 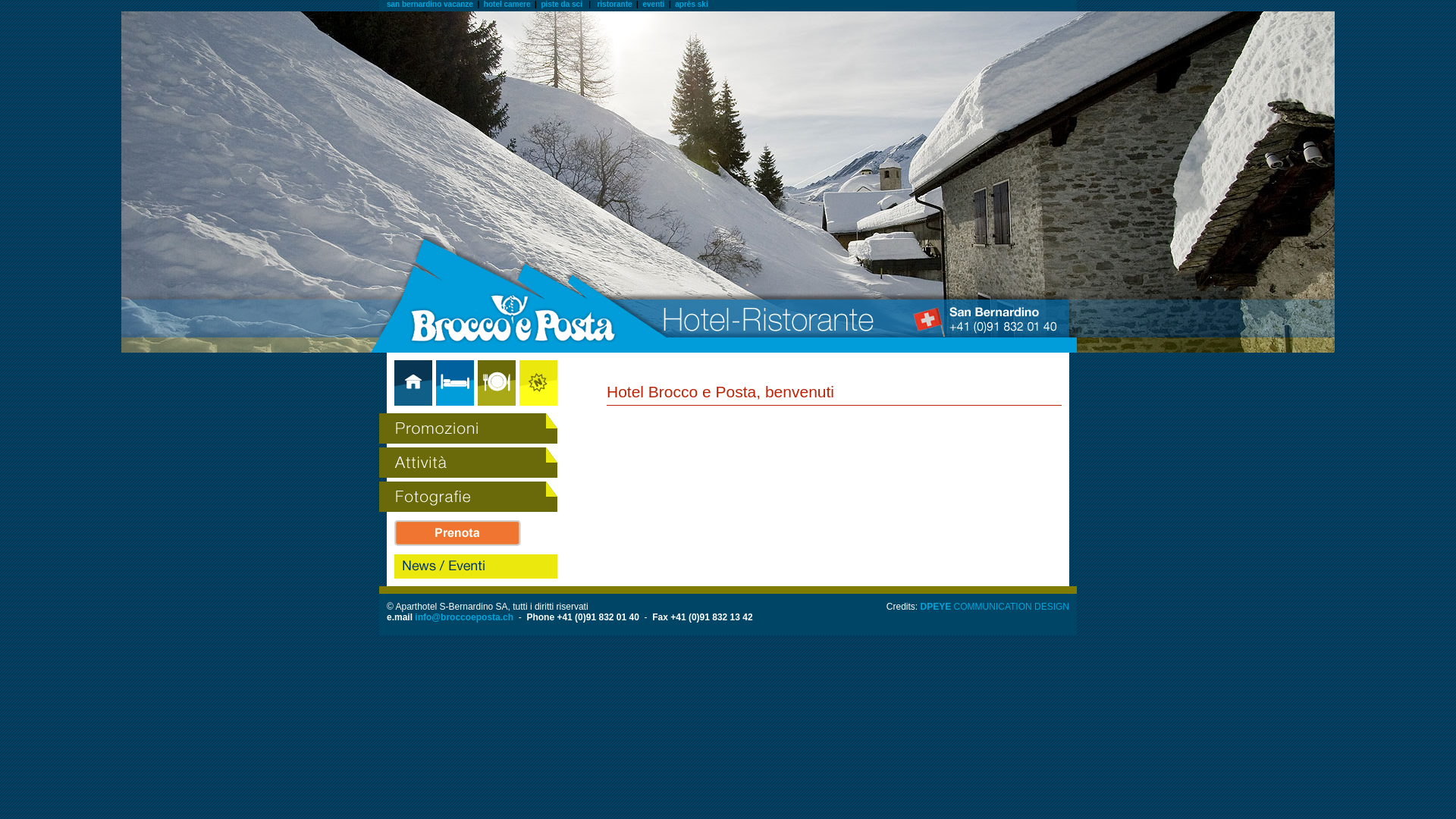 What do you see at coordinates (614, 4) in the screenshot?
I see `'ristorante'` at bounding box center [614, 4].